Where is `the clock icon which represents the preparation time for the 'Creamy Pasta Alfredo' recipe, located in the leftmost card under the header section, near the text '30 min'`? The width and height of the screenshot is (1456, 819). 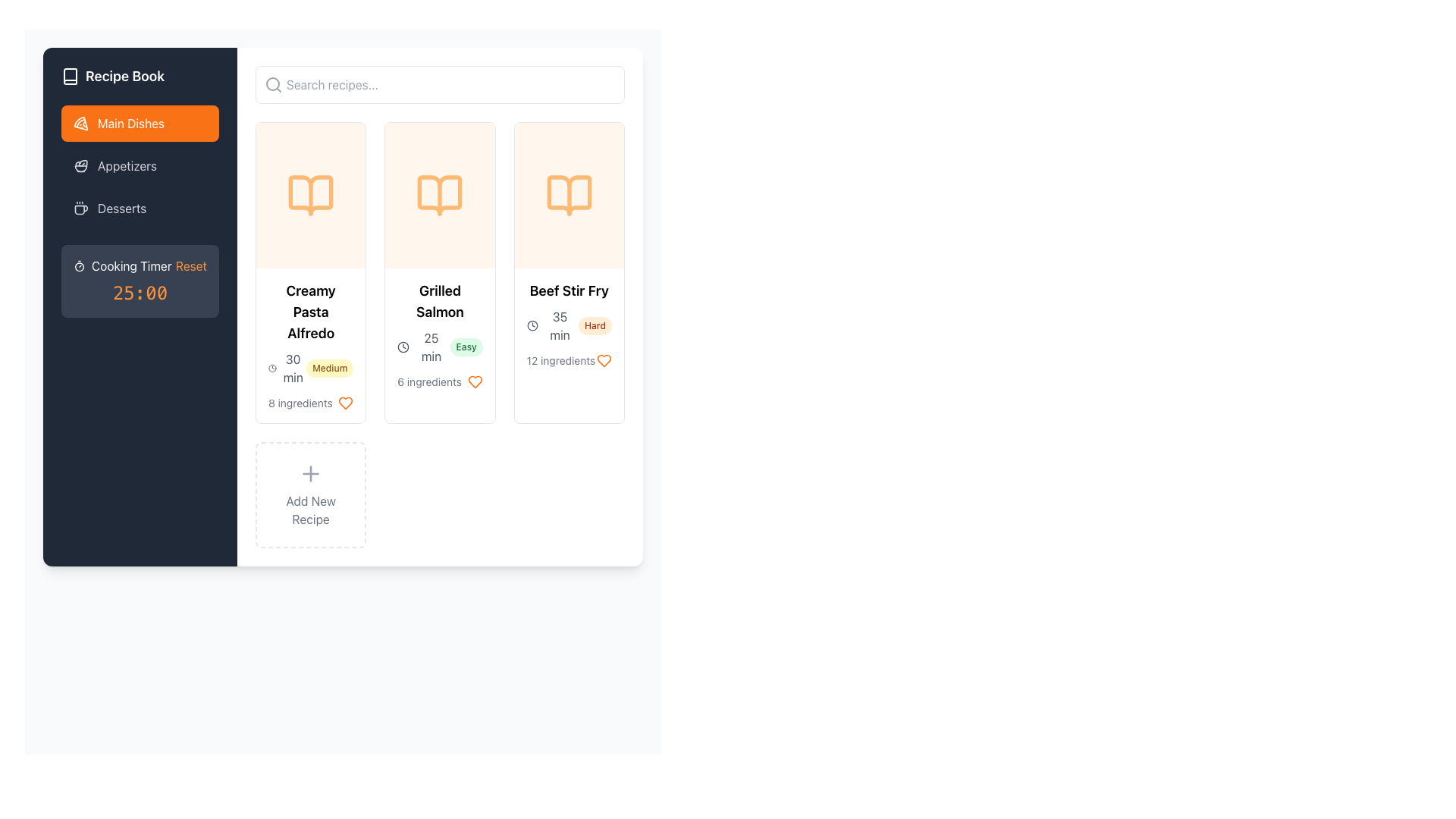 the clock icon which represents the preparation time for the 'Creamy Pasta Alfredo' recipe, located in the leftmost card under the header section, near the text '30 min' is located at coordinates (272, 369).